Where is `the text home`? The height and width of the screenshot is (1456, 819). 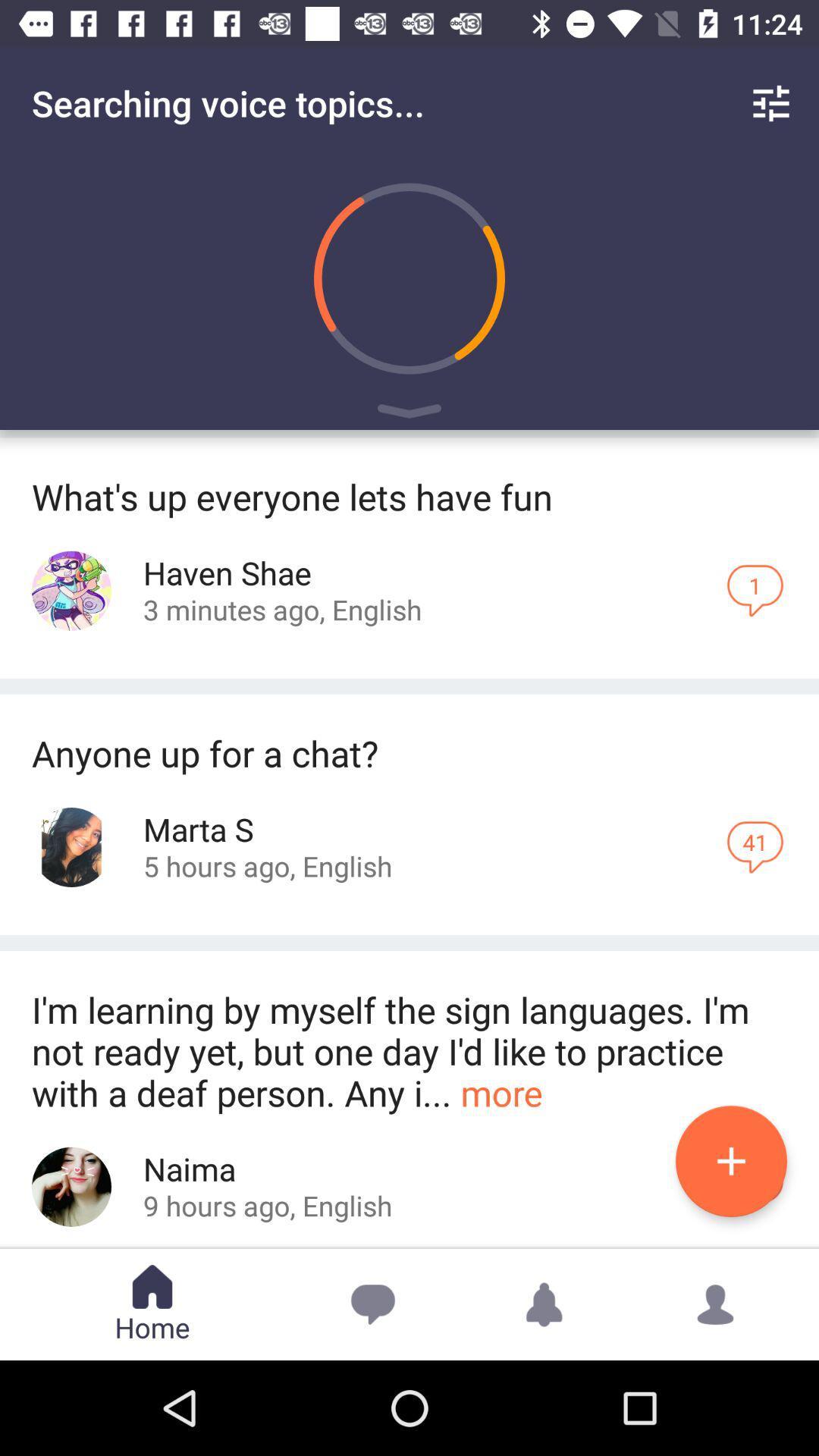 the text home is located at coordinates (152, 1304).